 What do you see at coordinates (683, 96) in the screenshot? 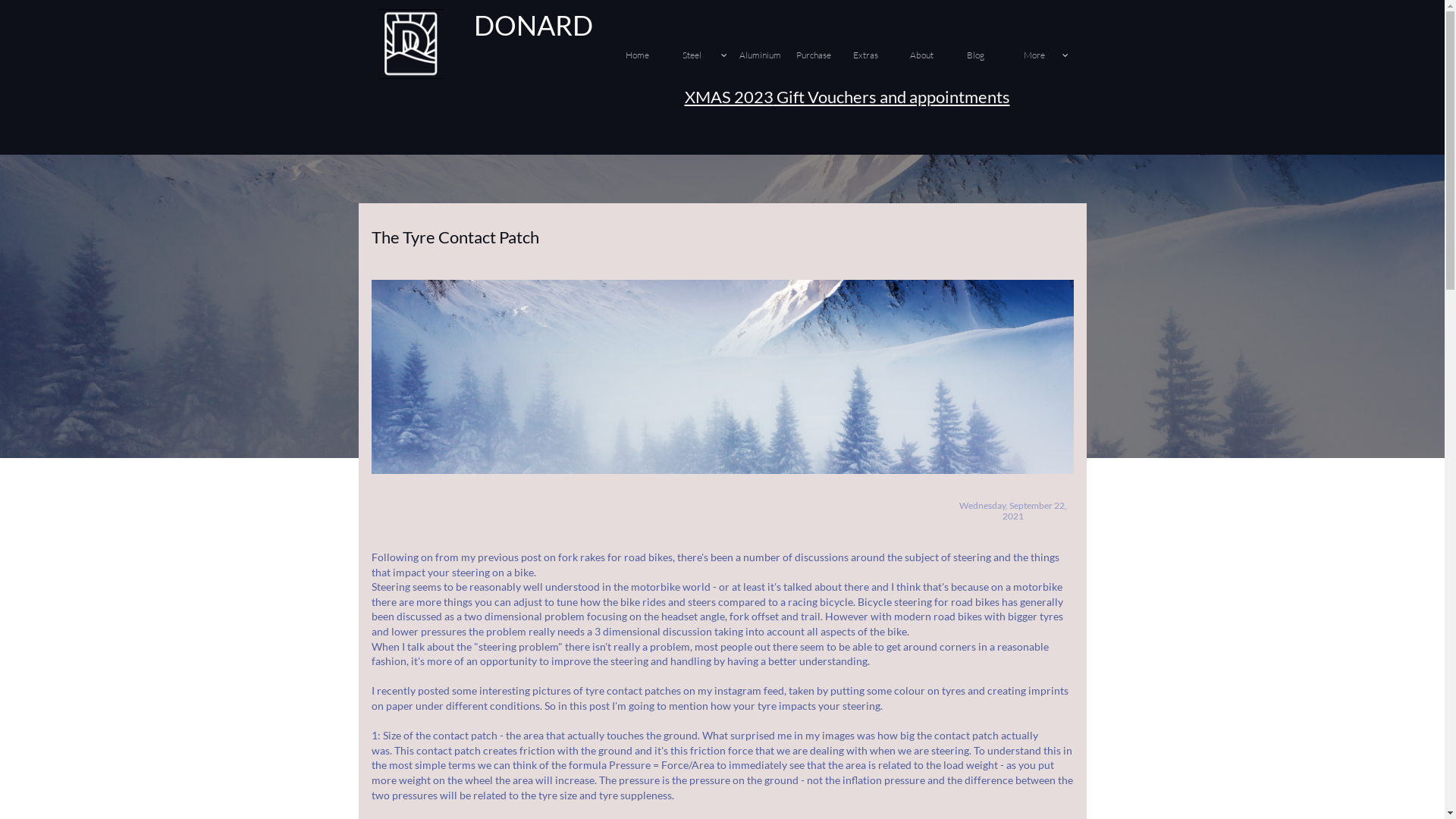
I see `'XMAS 2023'` at bounding box center [683, 96].